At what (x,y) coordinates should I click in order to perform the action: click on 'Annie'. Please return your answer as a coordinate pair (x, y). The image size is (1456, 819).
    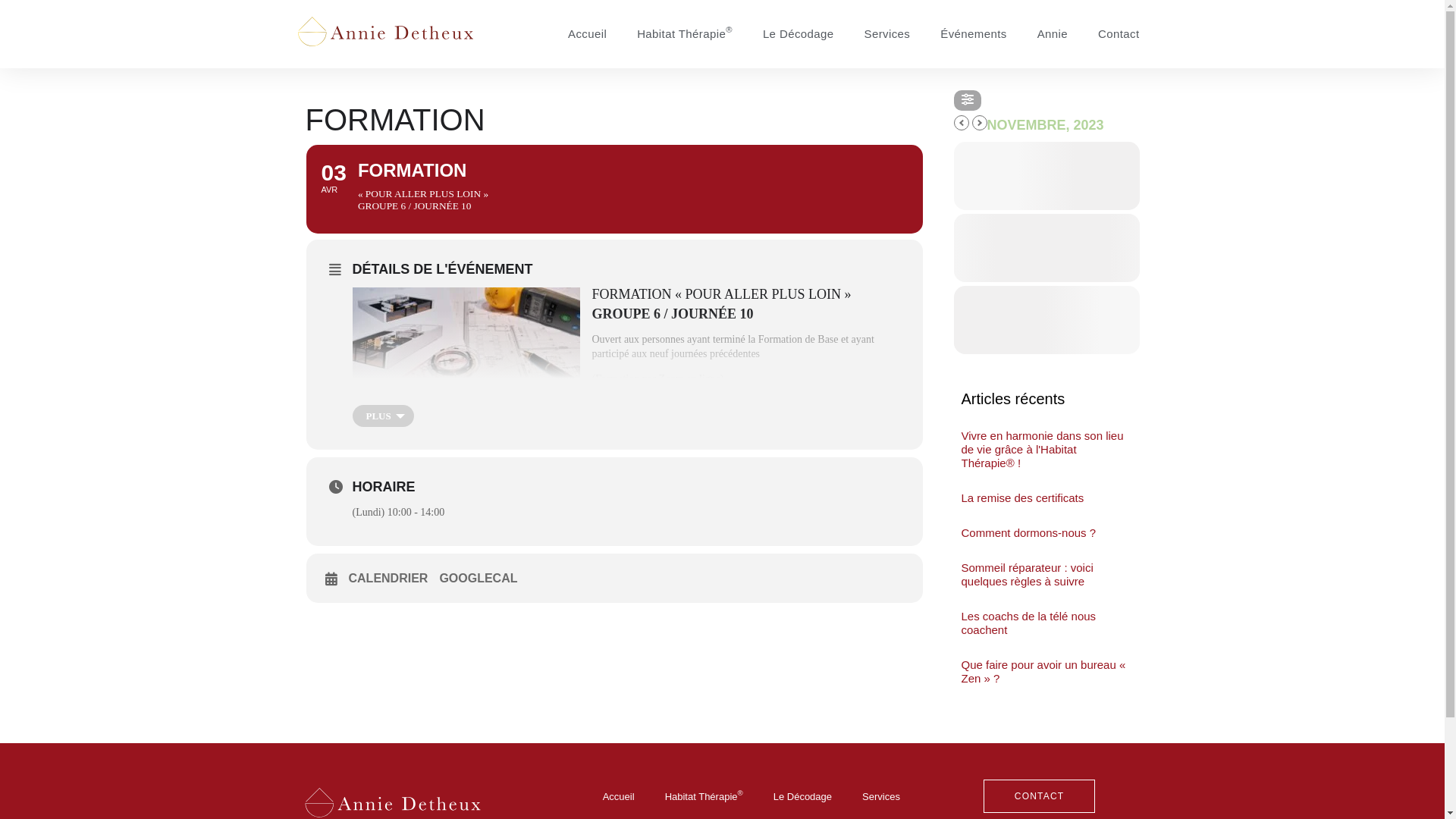
    Looking at the image, I should click on (1051, 34).